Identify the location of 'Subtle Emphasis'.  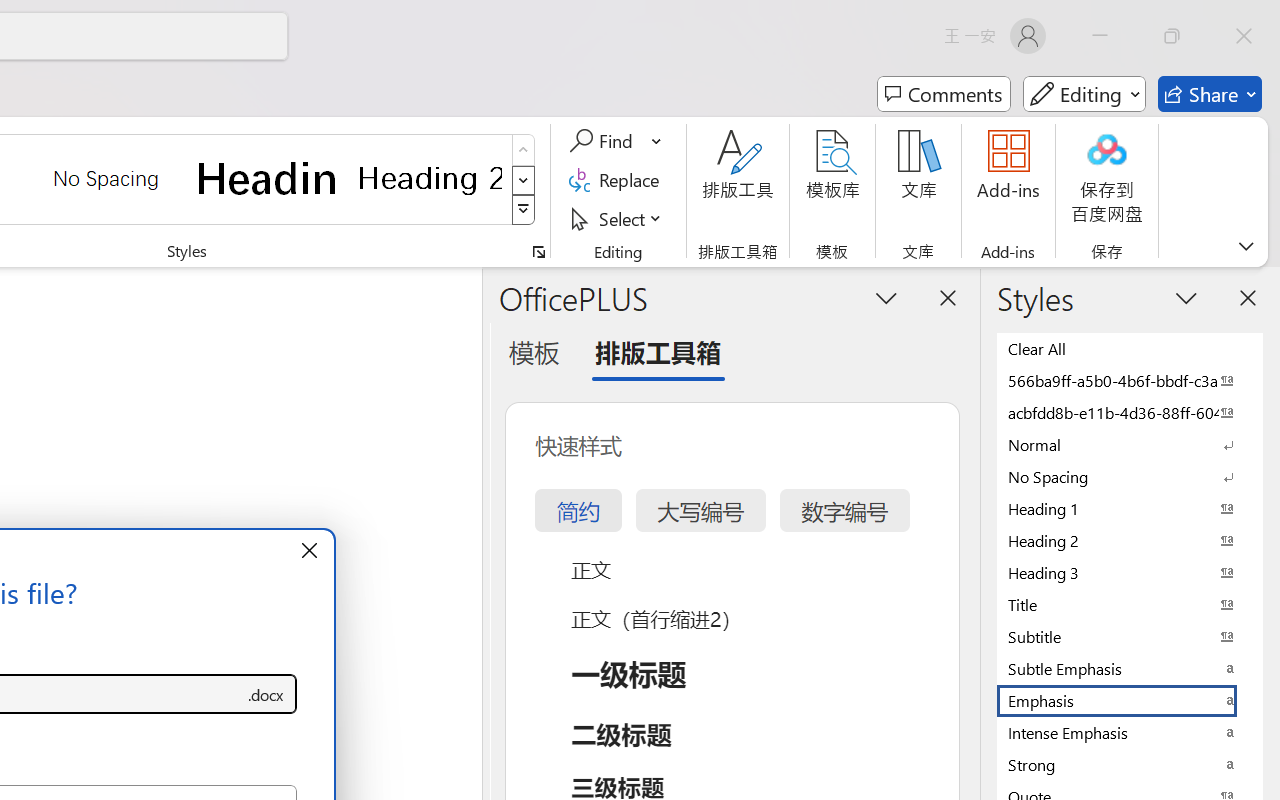
(1130, 668).